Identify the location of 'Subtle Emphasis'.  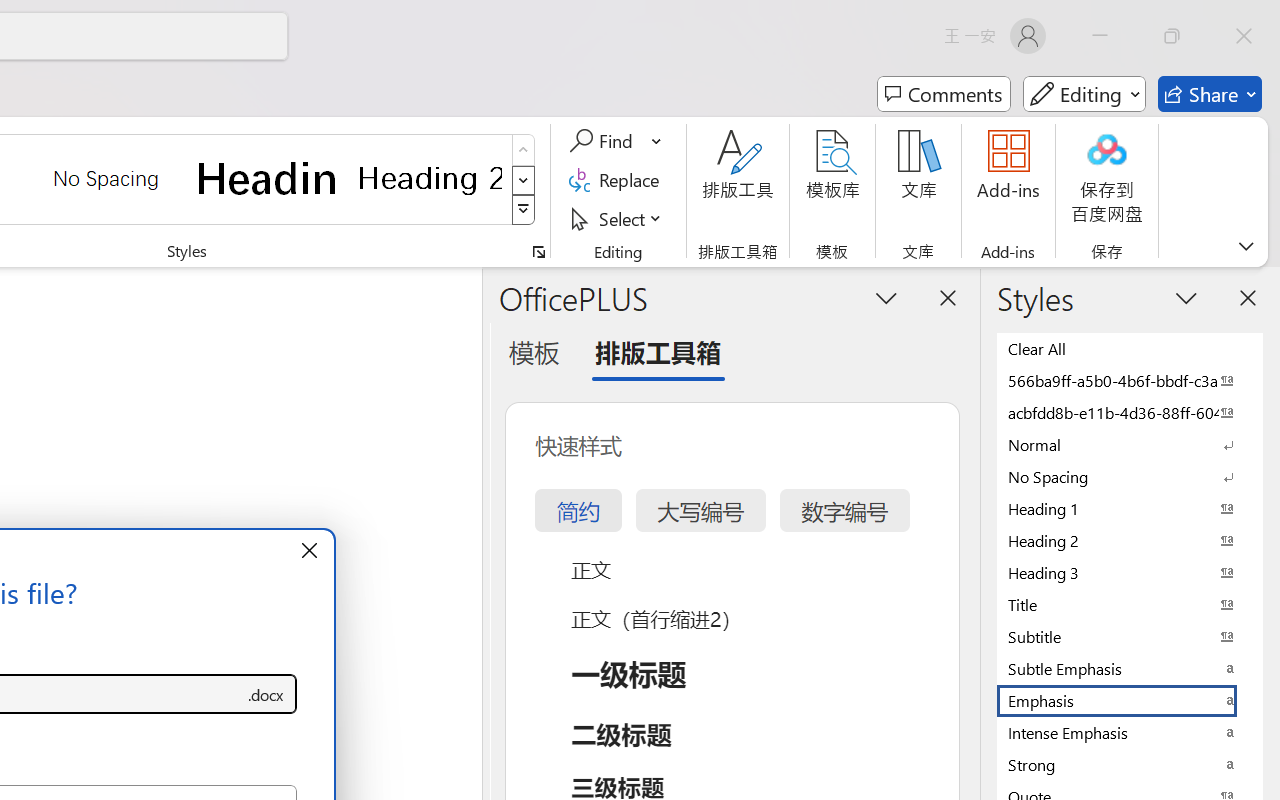
(1130, 668).